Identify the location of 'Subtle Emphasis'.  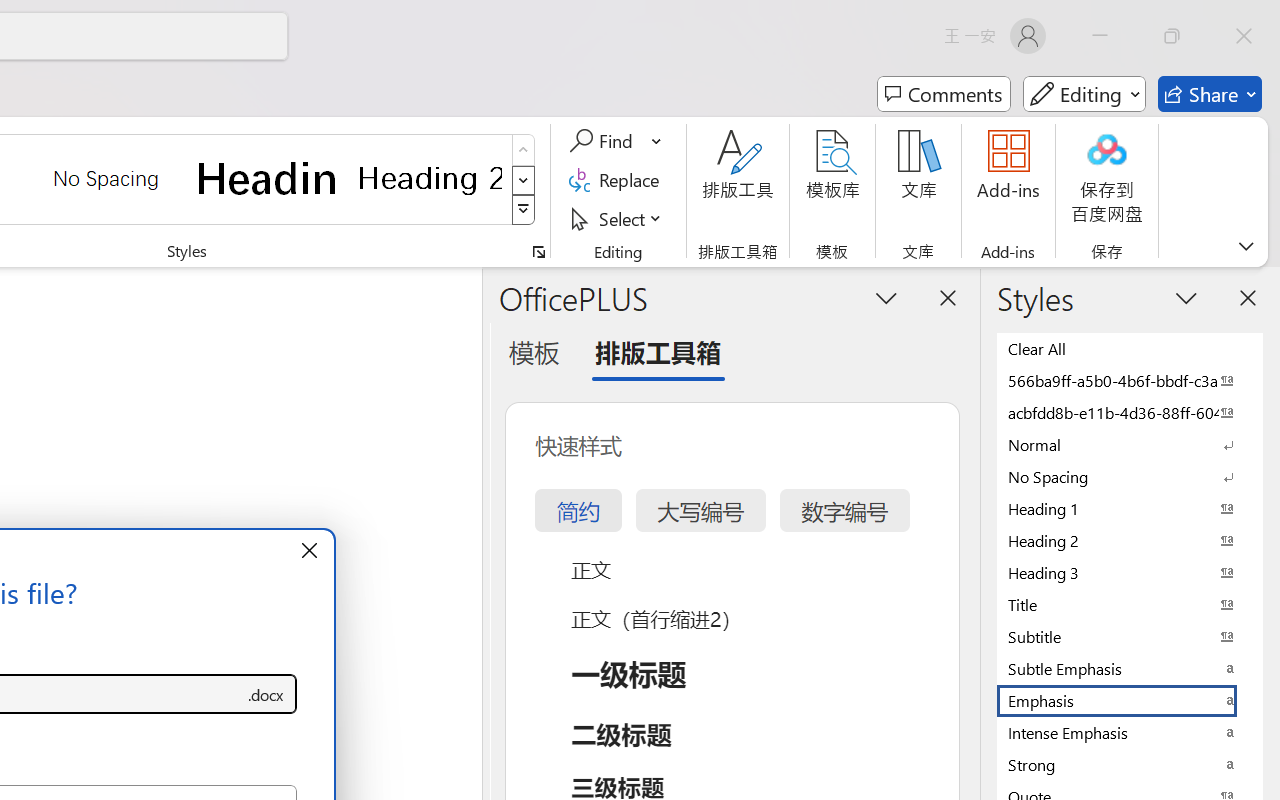
(1130, 668).